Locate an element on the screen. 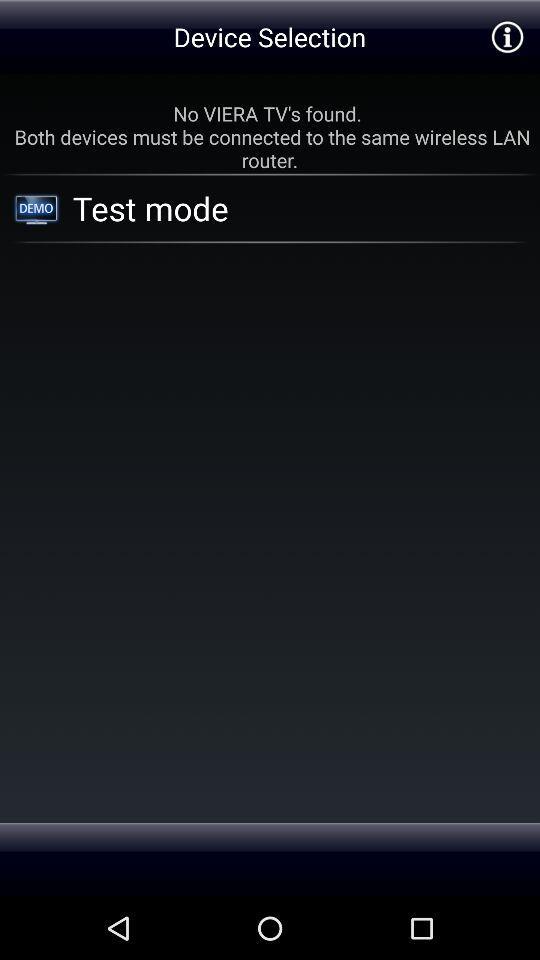 This screenshot has width=540, height=960. the info icon is located at coordinates (507, 38).